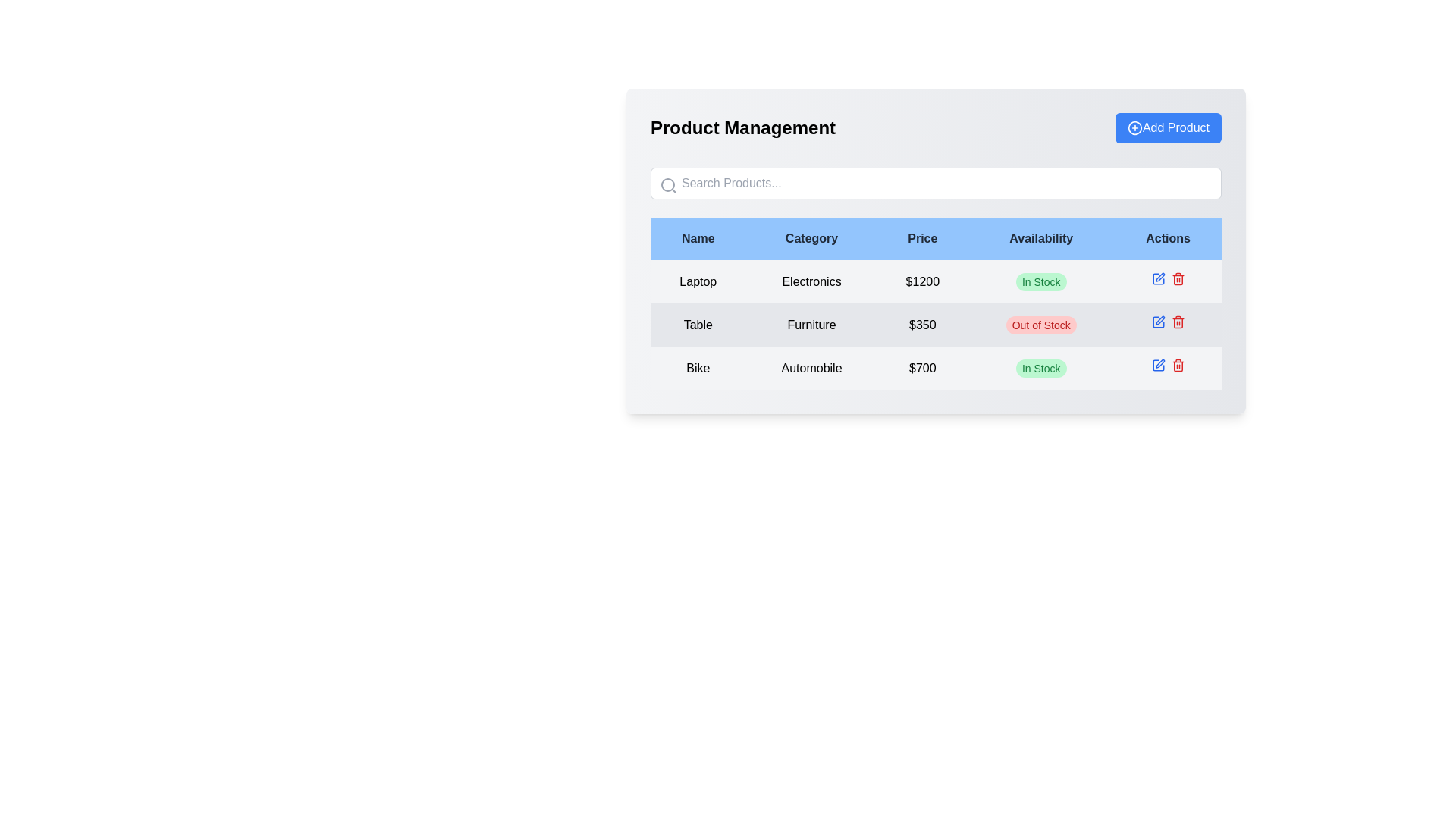 Image resolution: width=1456 pixels, height=819 pixels. Describe the element at coordinates (1159, 277) in the screenshot. I see `the edit icon shaped like a pen or pencil located in the 'Actions' column of the third row corresponding to the 'Bike' product` at that location.